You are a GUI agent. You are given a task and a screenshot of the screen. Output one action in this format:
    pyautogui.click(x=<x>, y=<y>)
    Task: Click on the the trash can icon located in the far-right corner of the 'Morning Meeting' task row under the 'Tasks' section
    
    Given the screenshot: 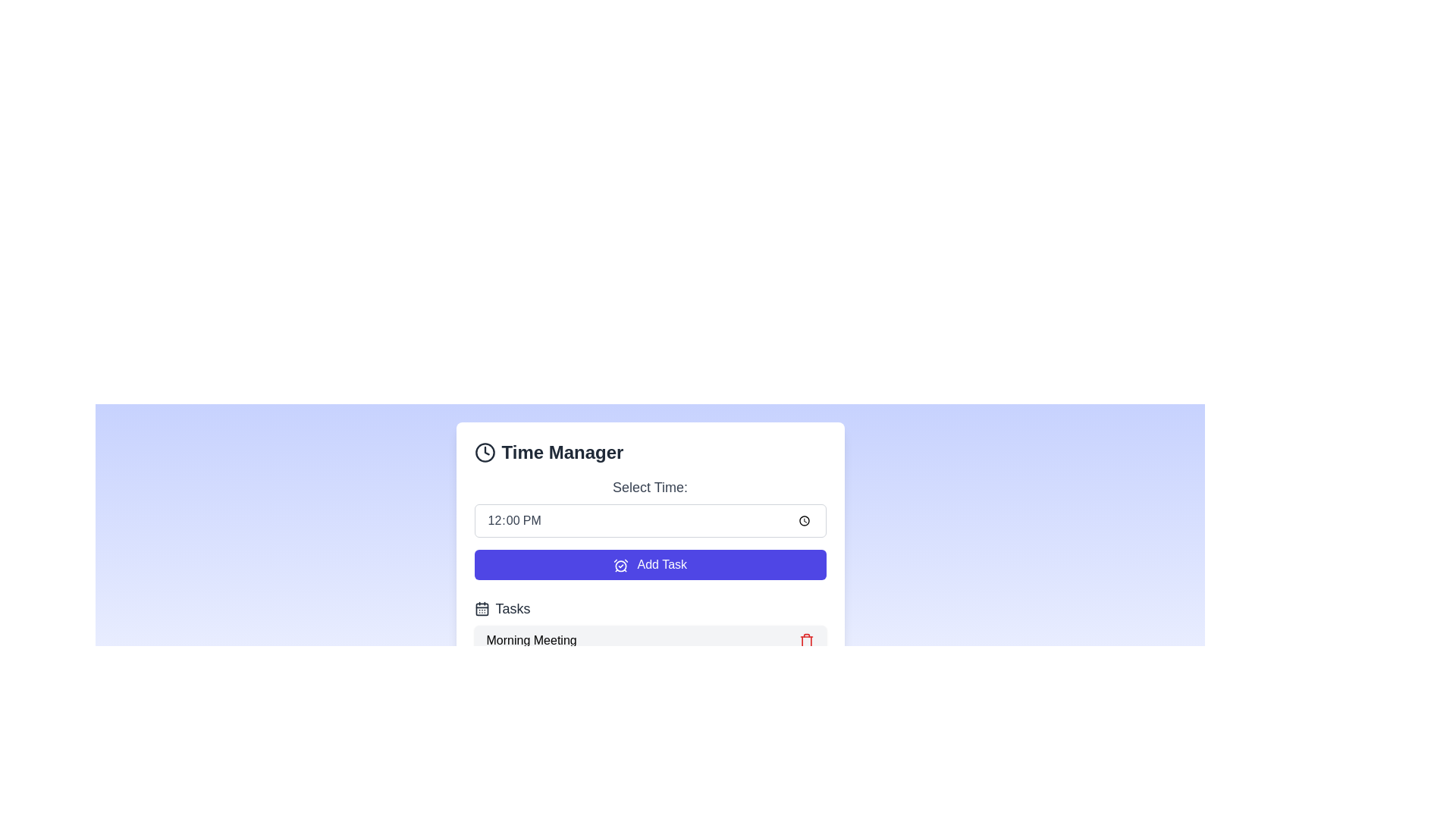 What is the action you would take?
    pyautogui.click(x=805, y=642)
    